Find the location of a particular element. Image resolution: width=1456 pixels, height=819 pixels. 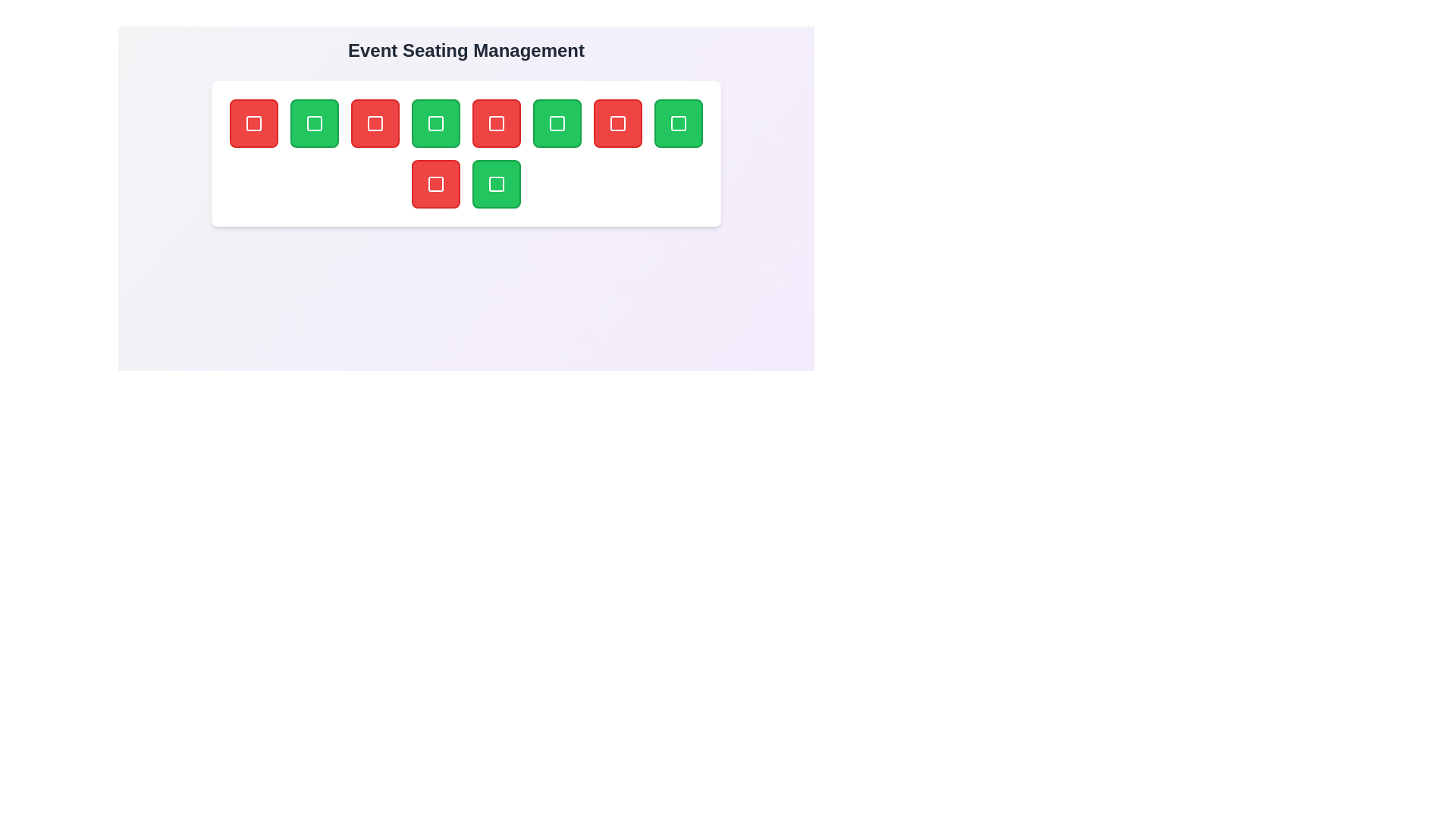

the white square SVG icon located within the upper-left red button of the seating management interface is located at coordinates (254, 122).